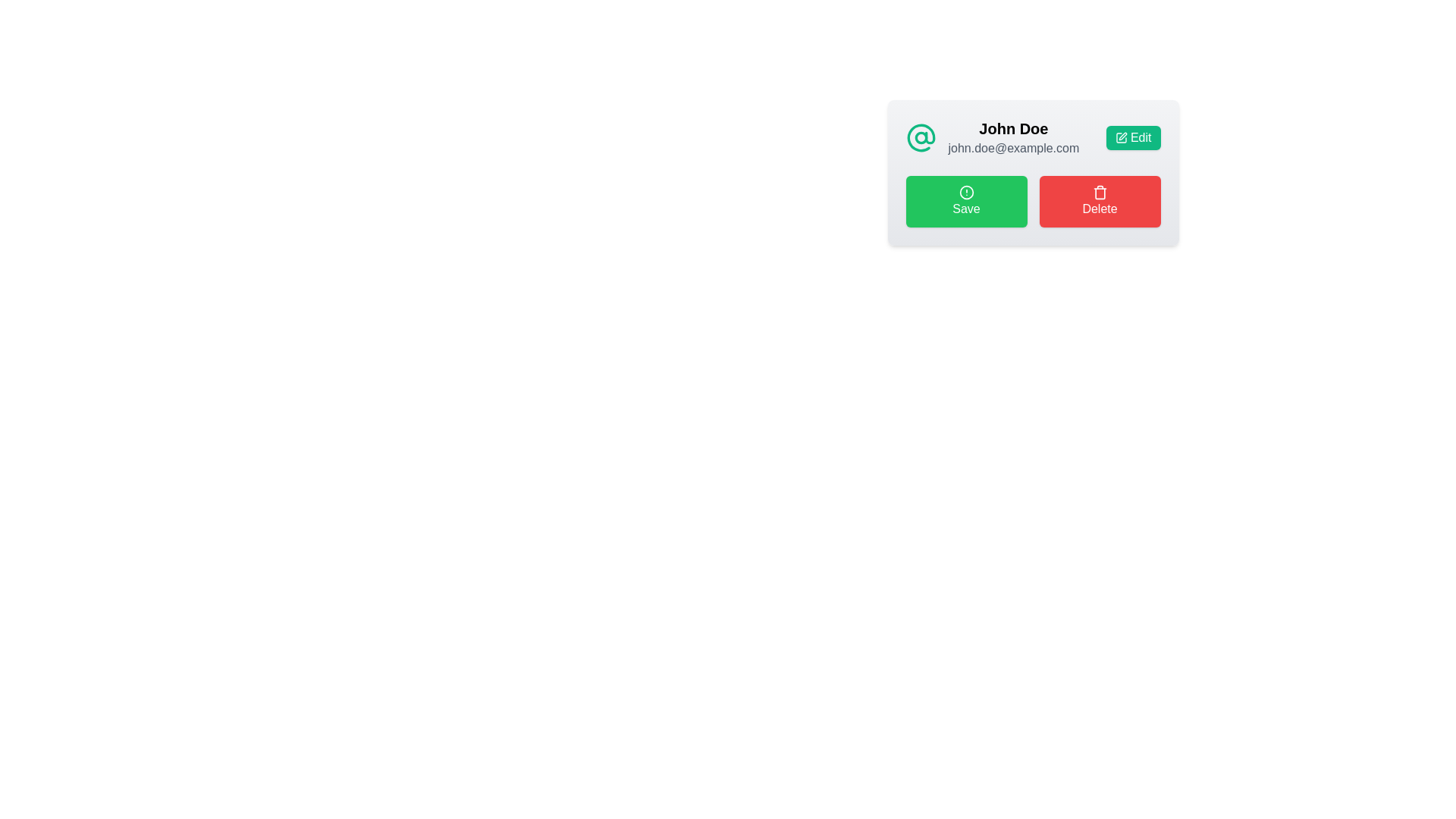  What do you see at coordinates (1013, 149) in the screenshot?
I see `the text label element displaying the email address 'john.doe@example.com', which is styled in gray and positioned below 'John Doe'` at bounding box center [1013, 149].